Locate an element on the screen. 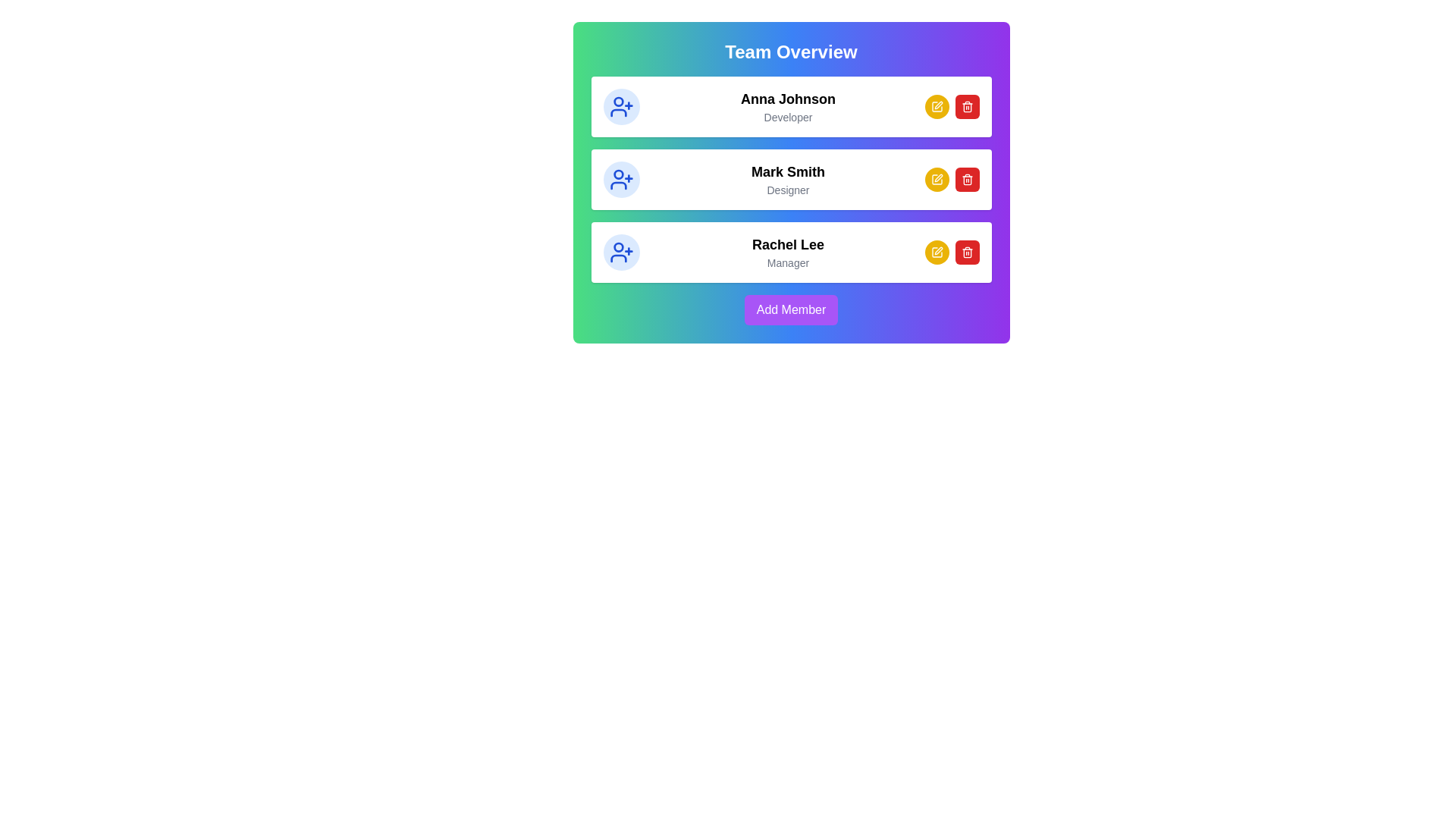  the trash bin icon, which represents the delete action in the user interface, located at the end of the icon sequence adjacent to team member information cards is located at coordinates (966, 253).